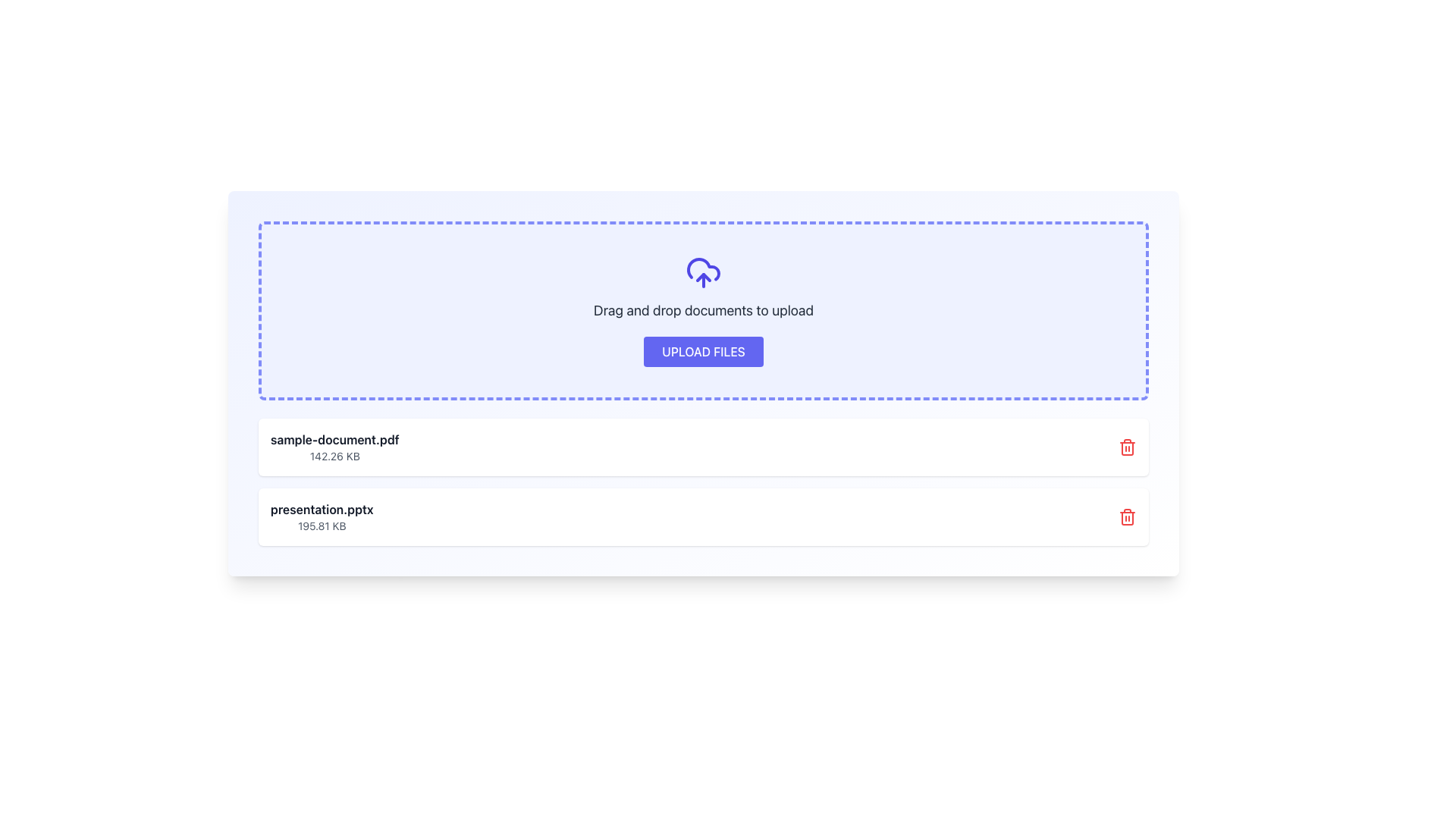 The image size is (1456, 819). I want to click on the bold text label displaying the file name 'presentation.pptx', so click(321, 509).